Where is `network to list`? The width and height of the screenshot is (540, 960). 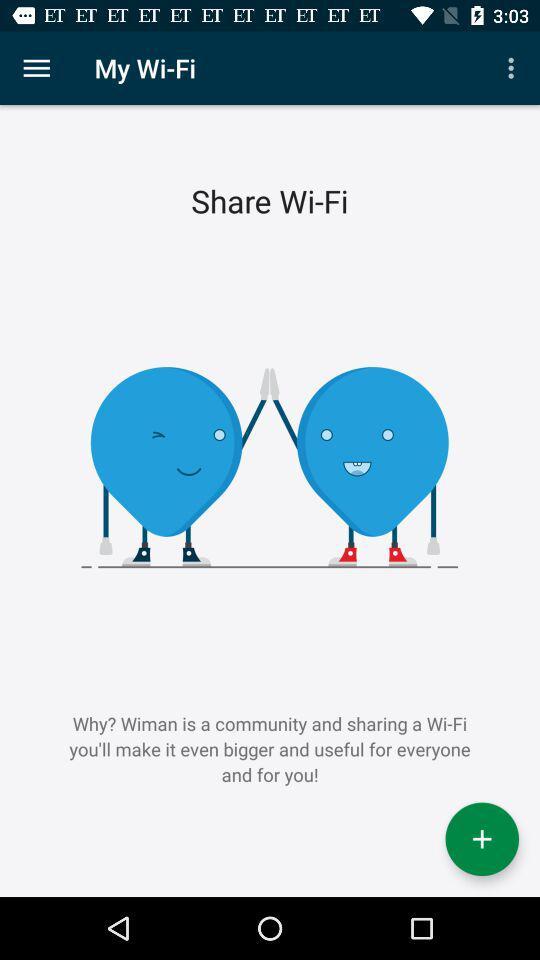 network to list is located at coordinates (481, 839).